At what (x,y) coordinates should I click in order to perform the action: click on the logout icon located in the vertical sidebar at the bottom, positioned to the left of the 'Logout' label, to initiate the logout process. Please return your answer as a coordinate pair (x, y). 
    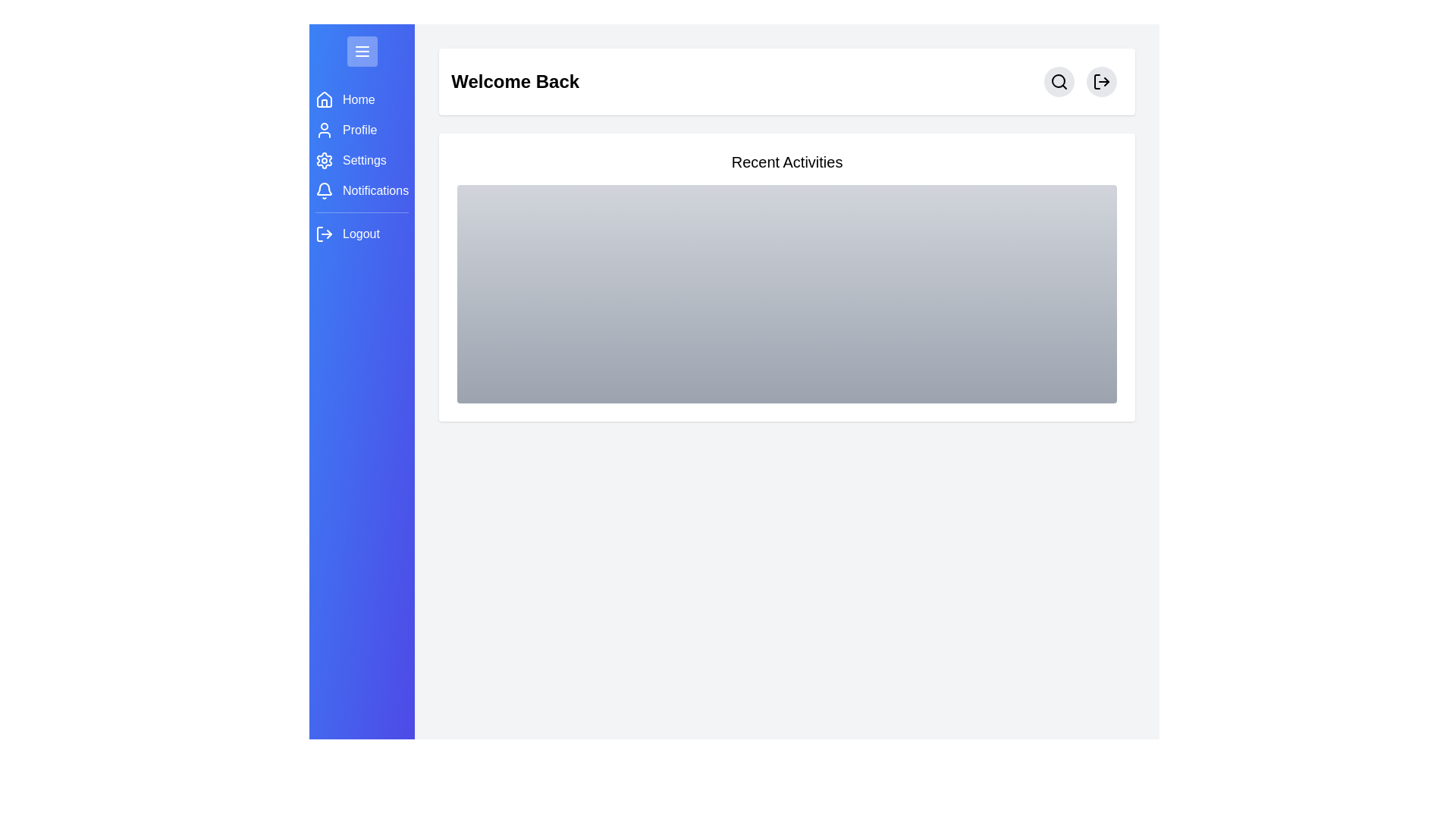
    Looking at the image, I should click on (323, 234).